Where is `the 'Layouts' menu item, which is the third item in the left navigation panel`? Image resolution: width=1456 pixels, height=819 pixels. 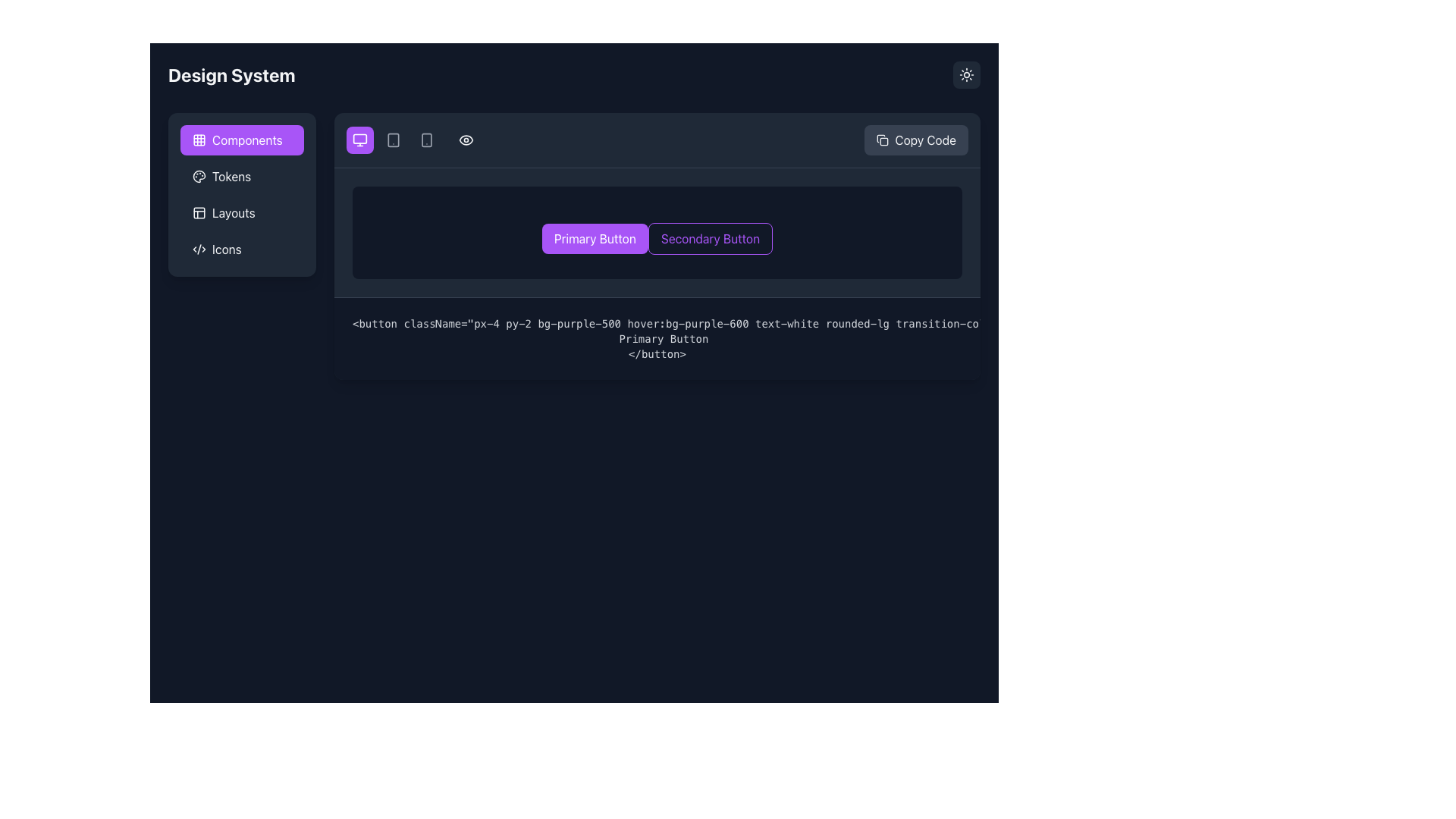
the 'Layouts' menu item, which is the third item in the left navigation panel is located at coordinates (241, 213).